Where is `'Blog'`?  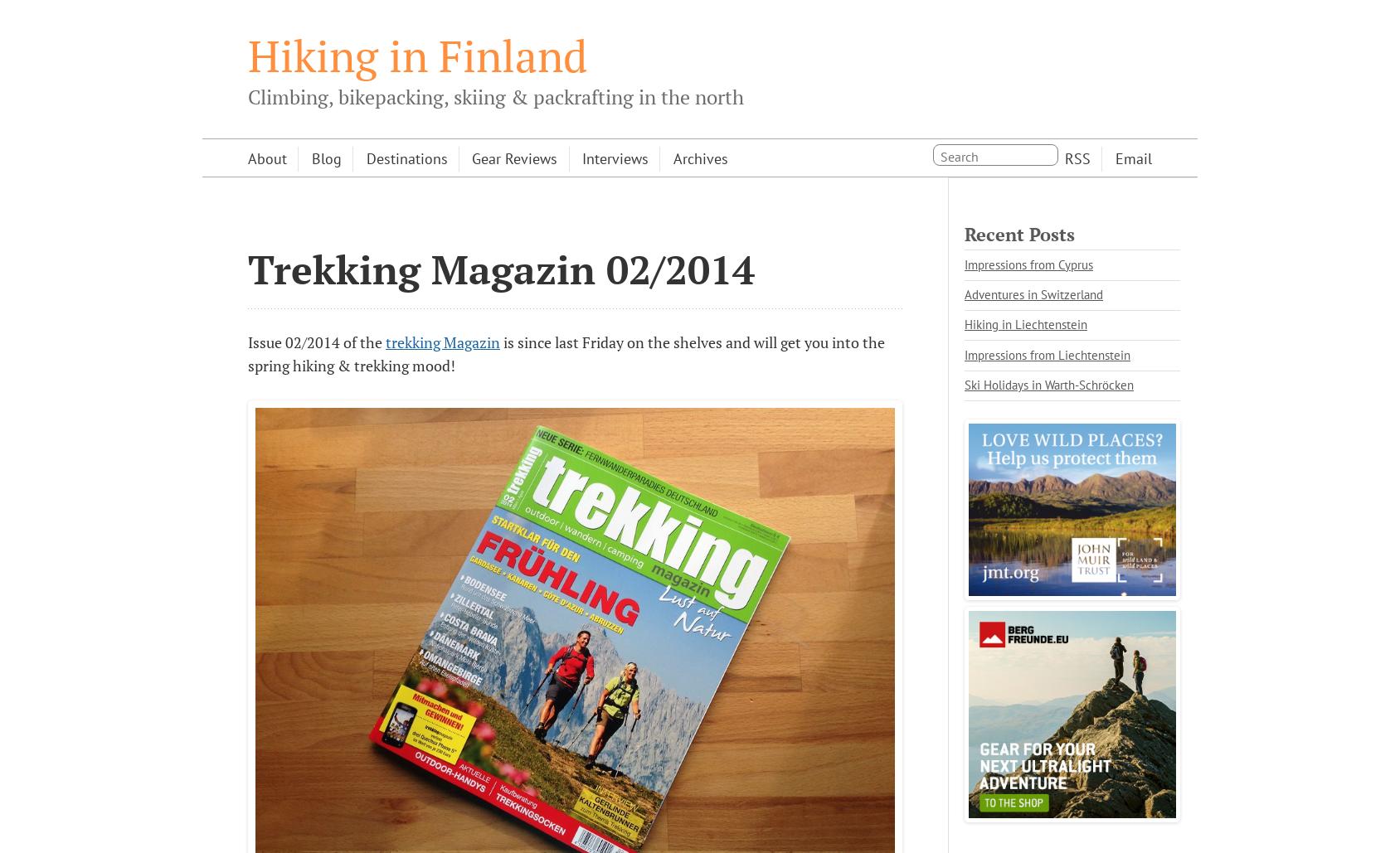
'Blog' is located at coordinates (325, 158).